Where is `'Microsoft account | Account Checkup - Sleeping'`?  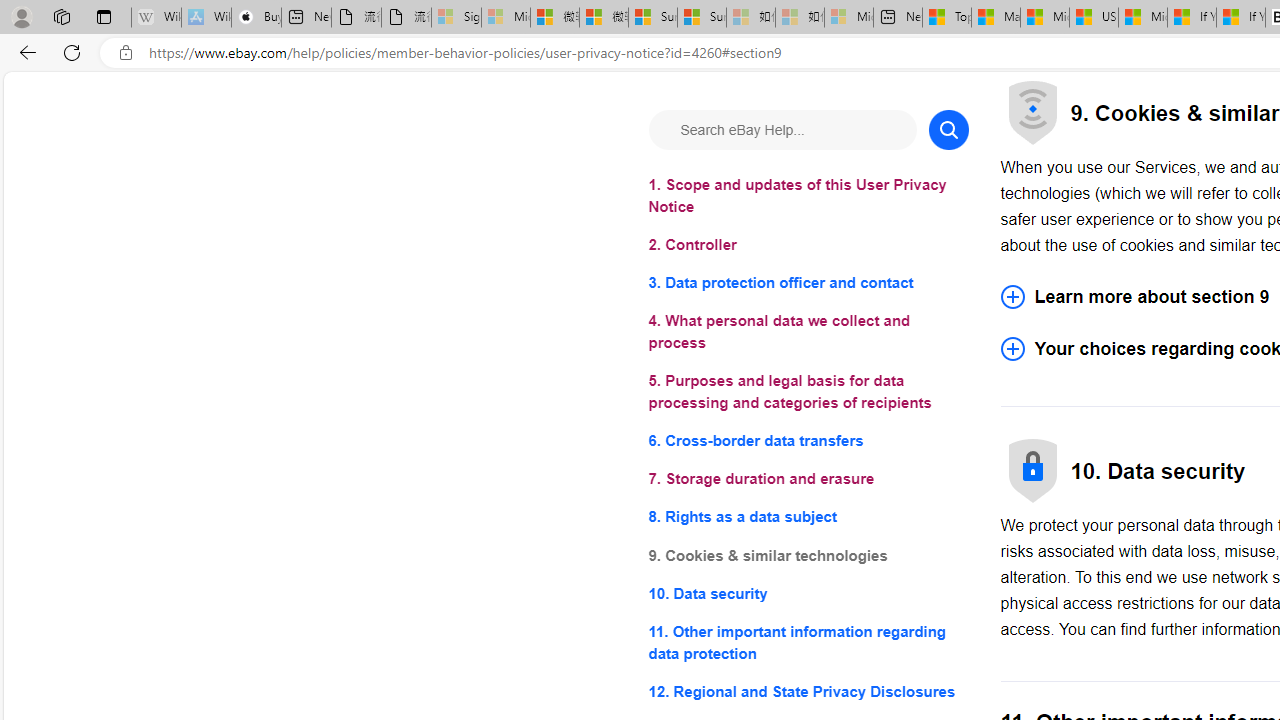 'Microsoft account | Account Checkup - Sleeping' is located at coordinates (849, 17).